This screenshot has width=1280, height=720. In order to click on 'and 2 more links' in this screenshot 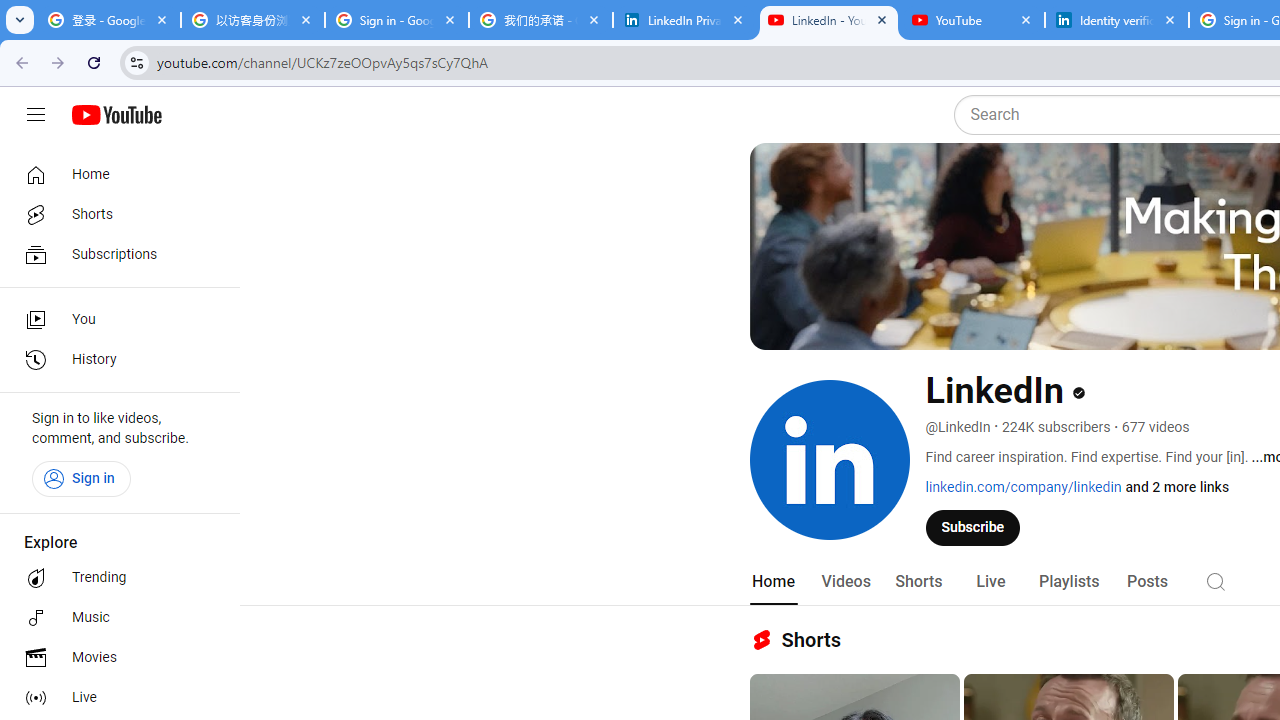, I will do `click(1177, 487)`.